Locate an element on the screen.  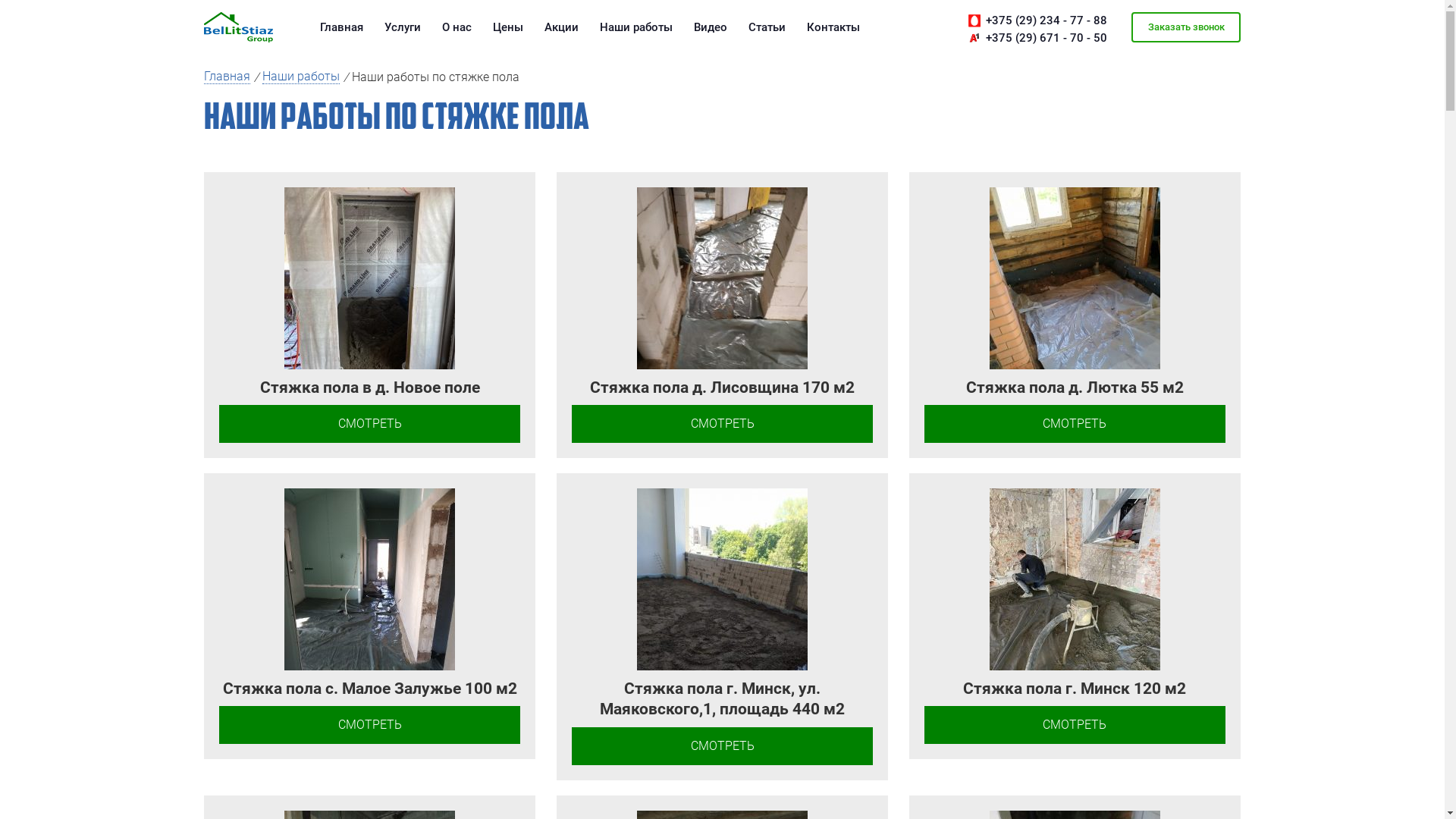
'+375 (29) 671 - 70 - 50' is located at coordinates (1046, 37).